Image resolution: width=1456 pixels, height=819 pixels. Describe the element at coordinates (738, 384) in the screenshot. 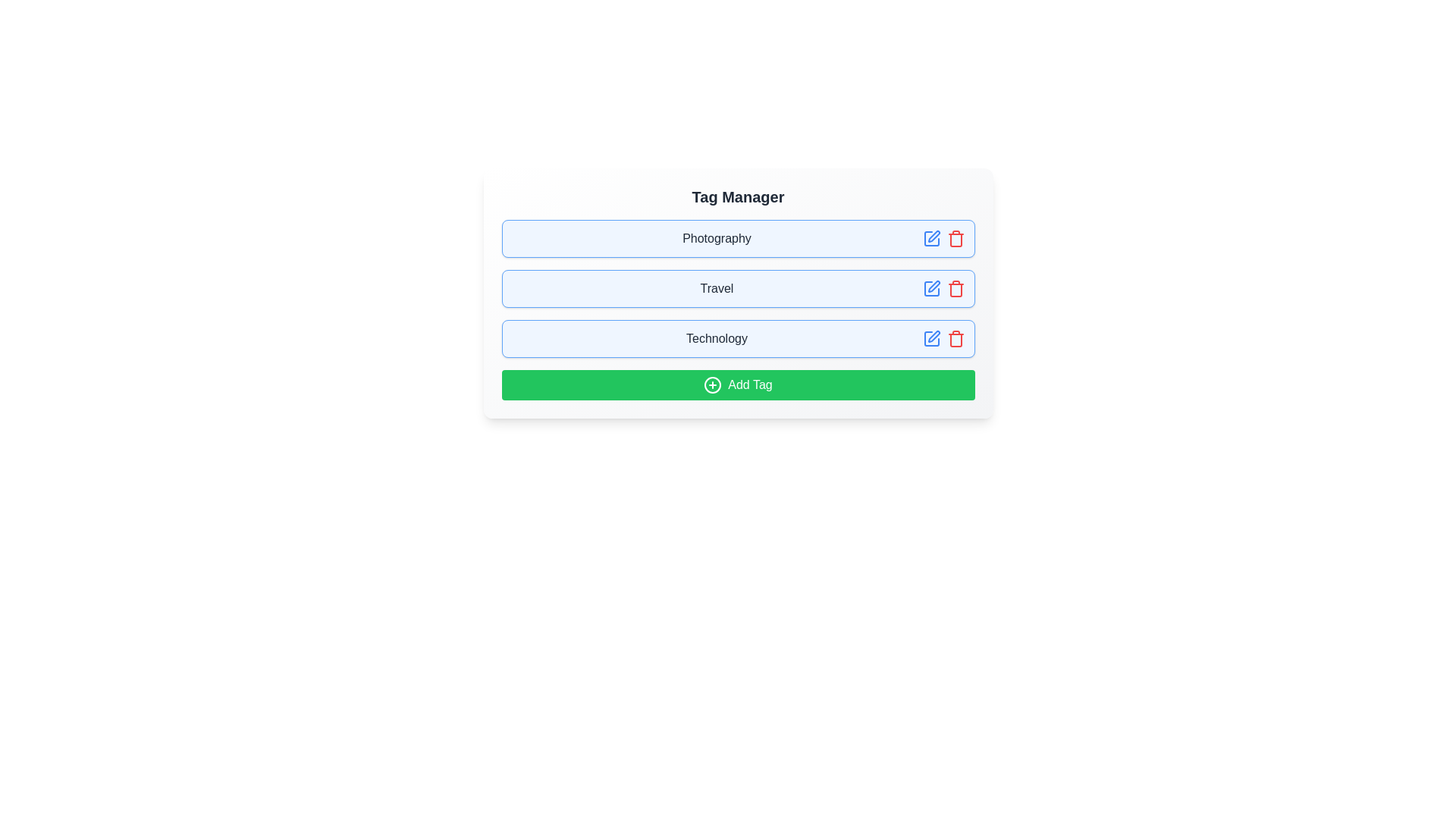

I see `the 'Add Tag' button to add a new tag` at that location.